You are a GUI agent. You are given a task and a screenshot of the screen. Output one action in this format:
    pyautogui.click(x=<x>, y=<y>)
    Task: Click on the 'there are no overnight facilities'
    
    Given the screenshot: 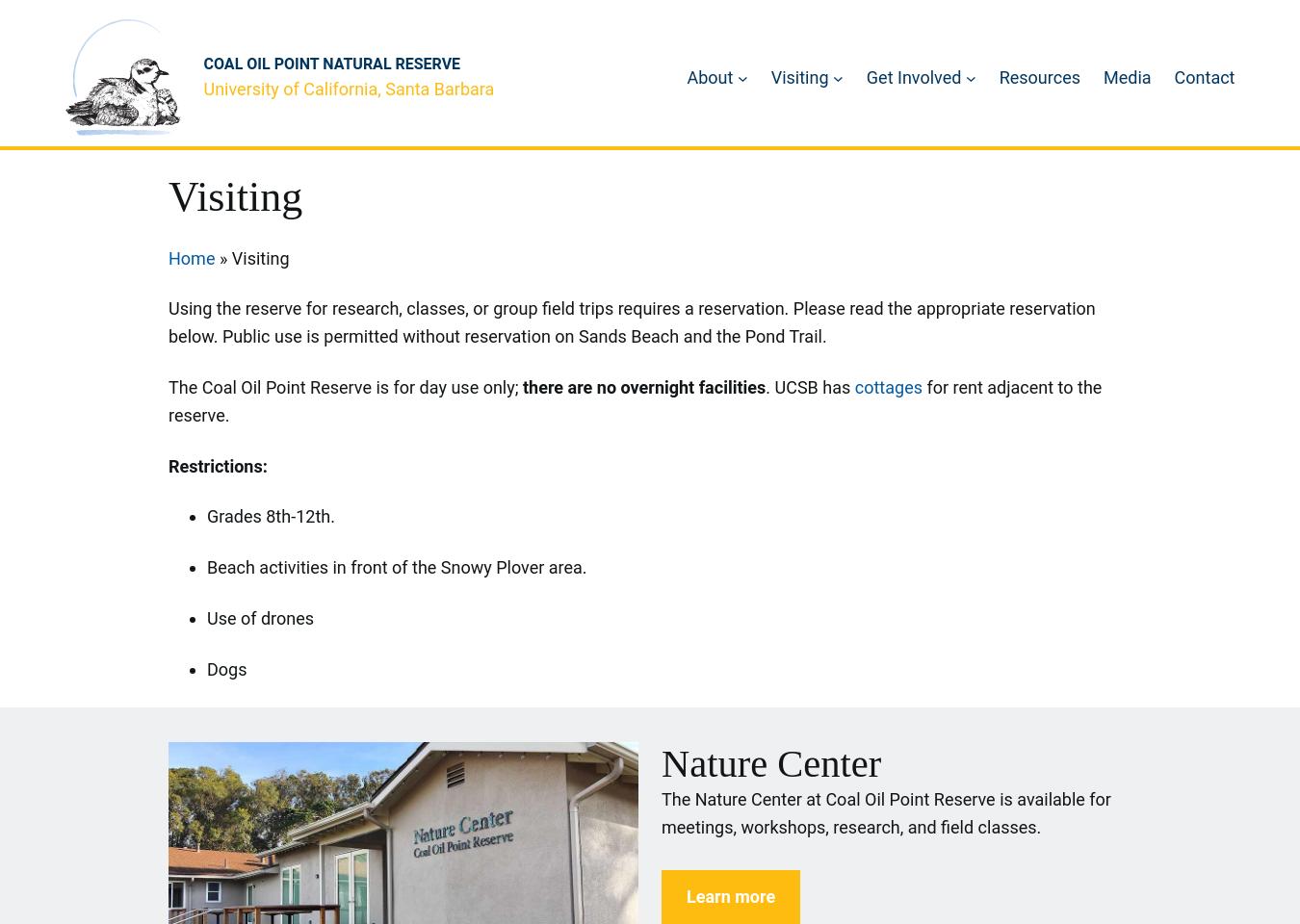 What is the action you would take?
    pyautogui.click(x=521, y=385)
    